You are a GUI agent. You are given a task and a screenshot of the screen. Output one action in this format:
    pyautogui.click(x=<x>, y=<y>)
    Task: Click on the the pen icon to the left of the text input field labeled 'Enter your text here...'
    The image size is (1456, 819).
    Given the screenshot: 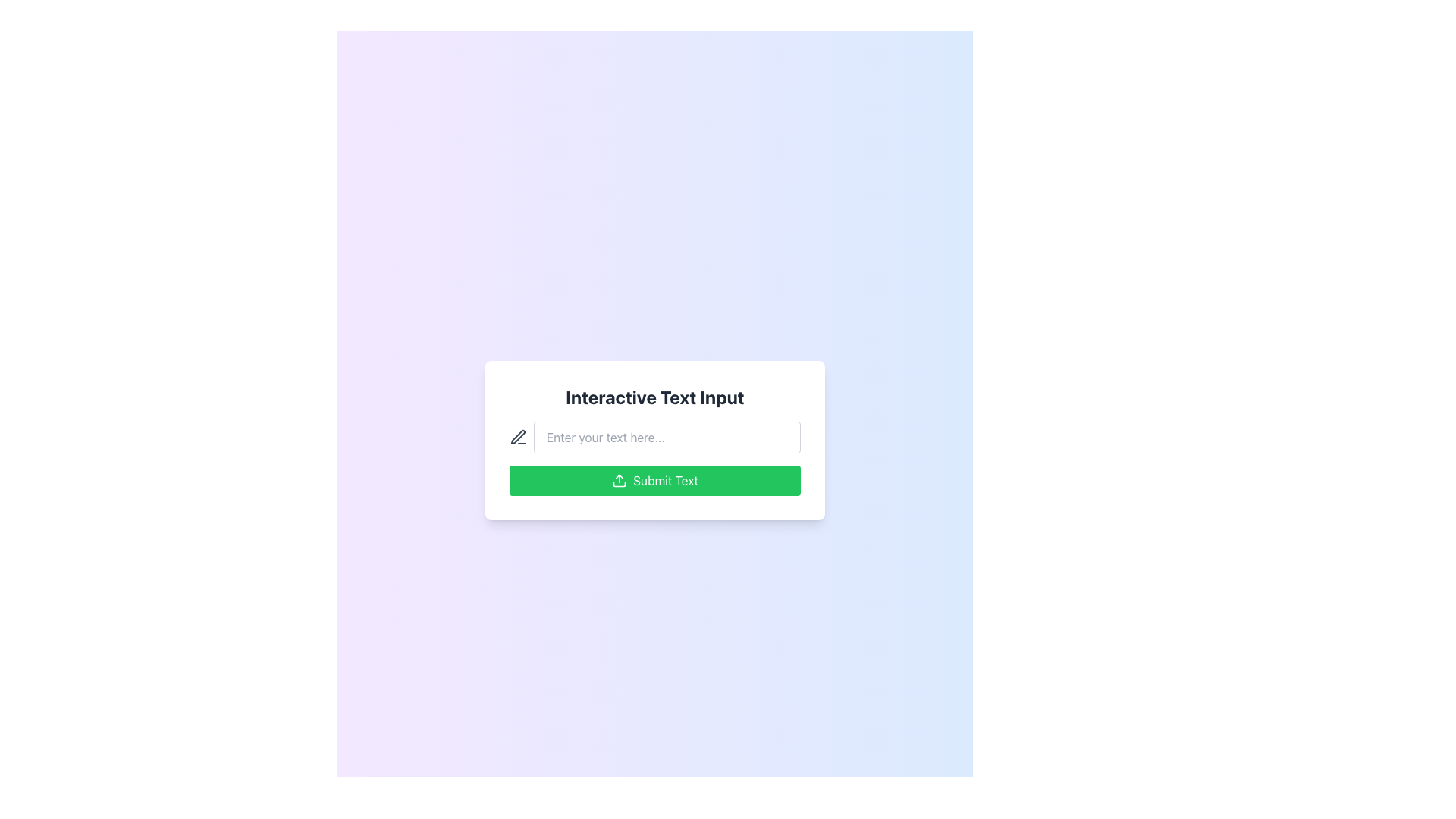 What is the action you would take?
    pyautogui.click(x=518, y=437)
    